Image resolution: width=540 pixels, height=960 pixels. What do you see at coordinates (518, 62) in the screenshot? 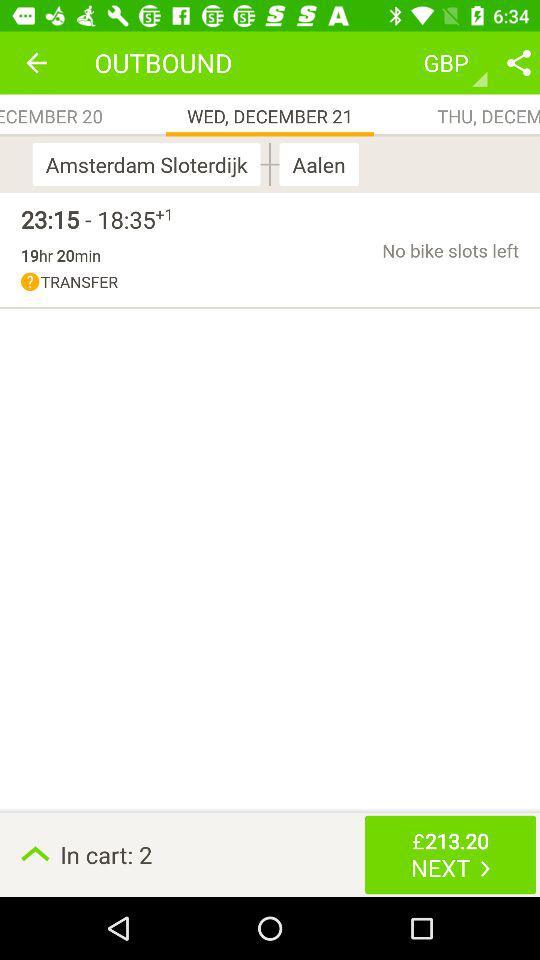
I see `share button` at bounding box center [518, 62].